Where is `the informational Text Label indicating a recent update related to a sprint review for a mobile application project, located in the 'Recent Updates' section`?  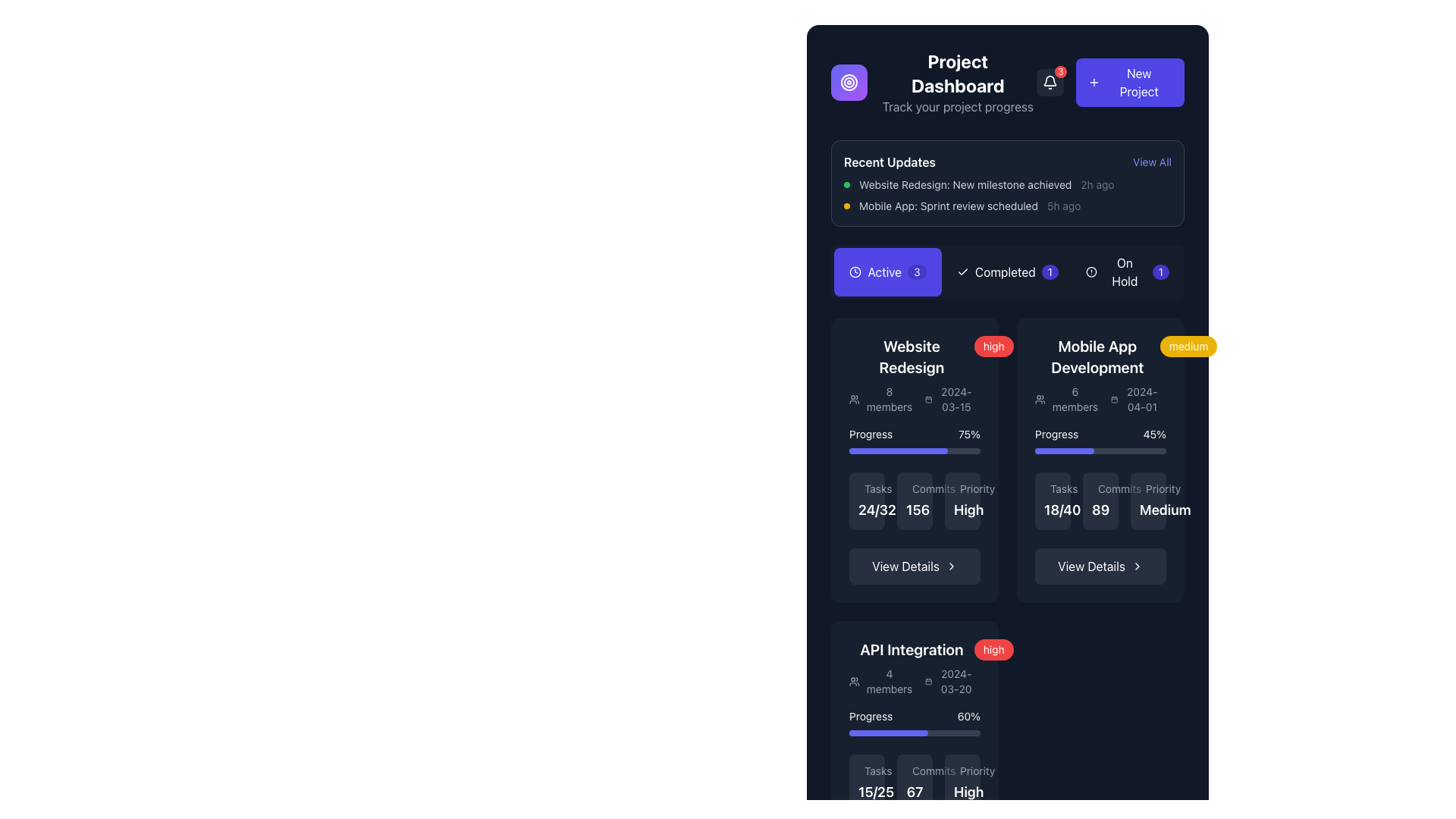
the informational Text Label indicating a recent update related to a sprint review for a mobile application project, located in the 'Recent Updates' section is located at coordinates (948, 206).